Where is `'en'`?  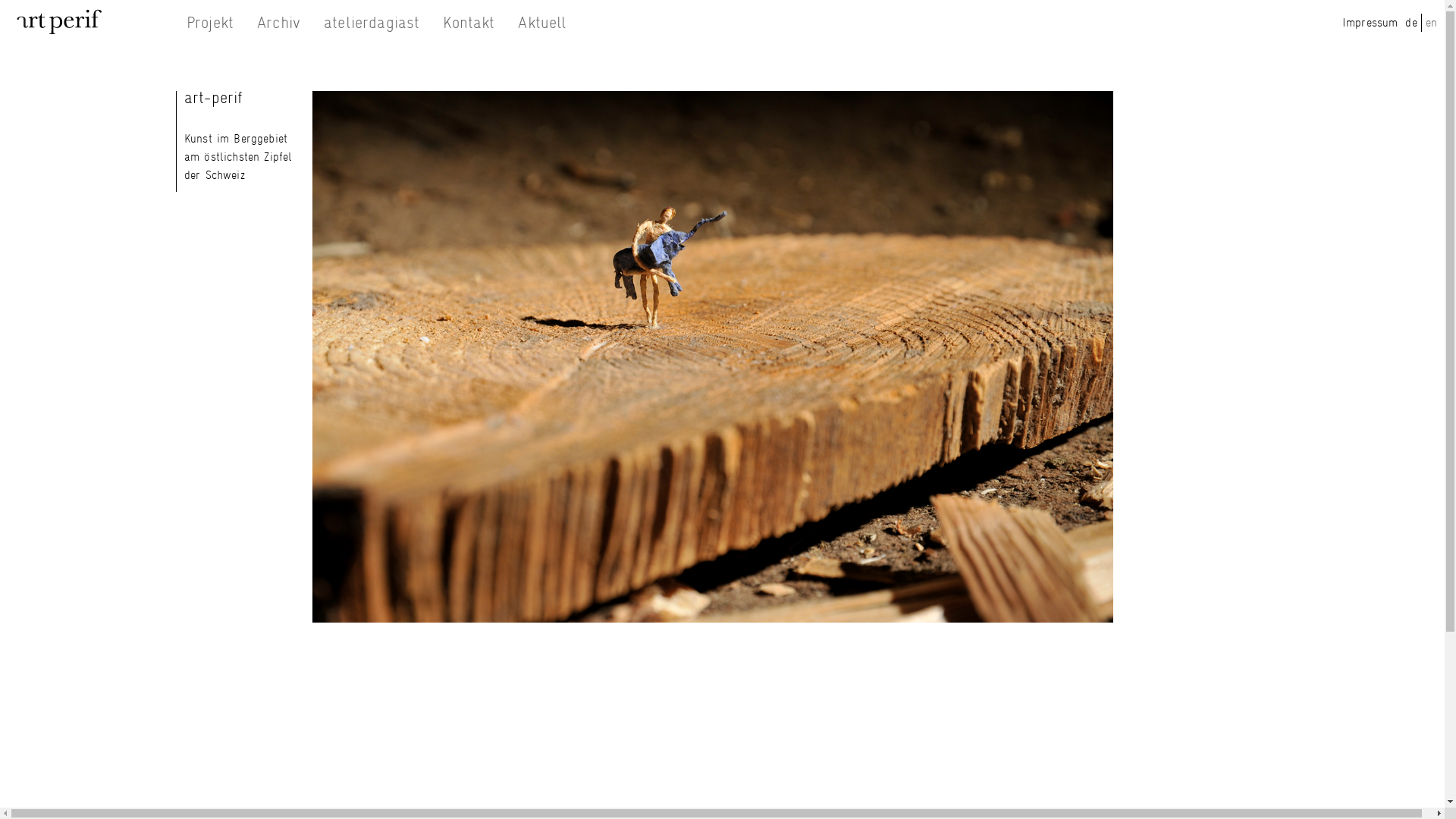
'en' is located at coordinates (1430, 22).